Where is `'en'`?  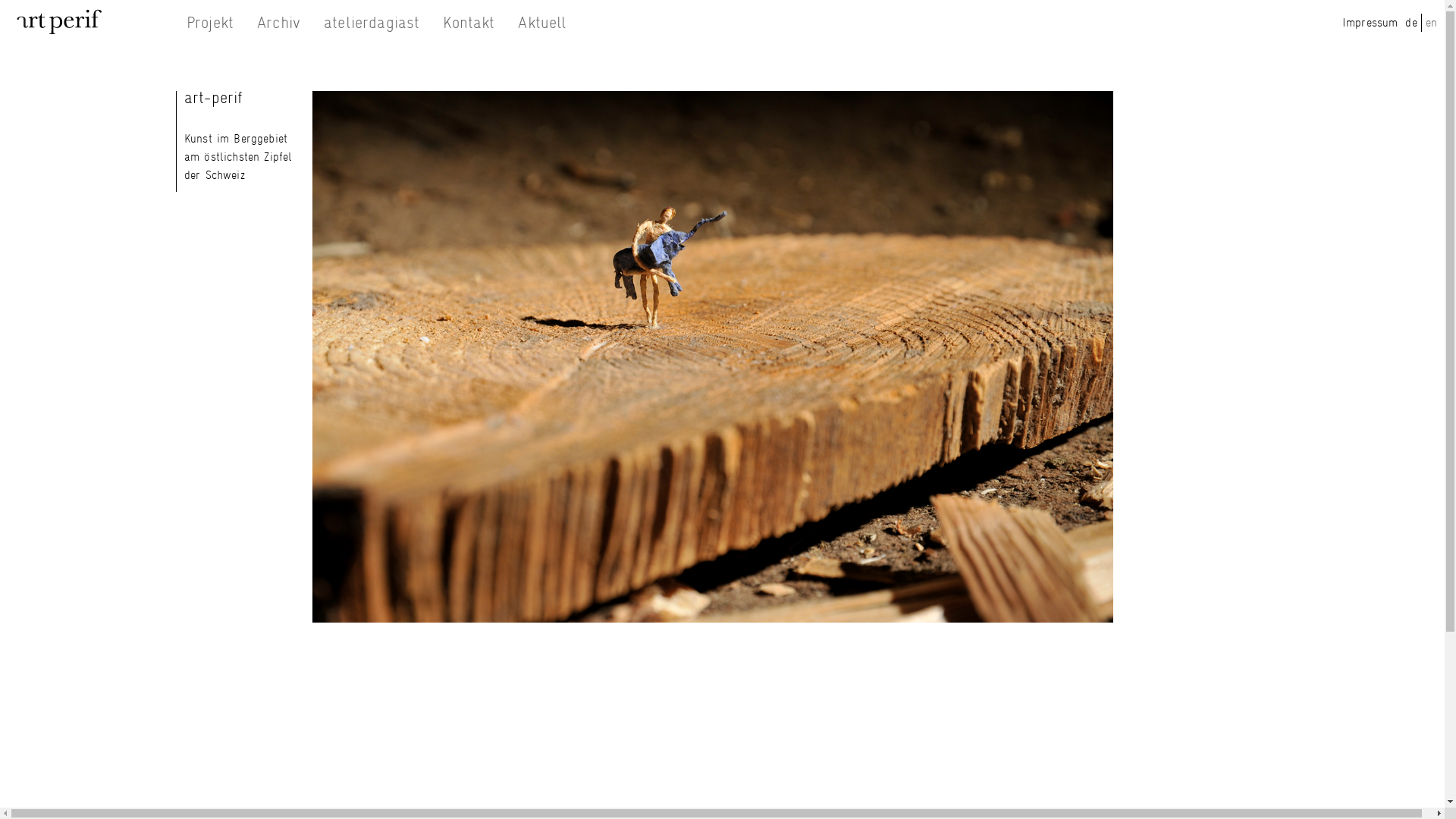
'en' is located at coordinates (1430, 22).